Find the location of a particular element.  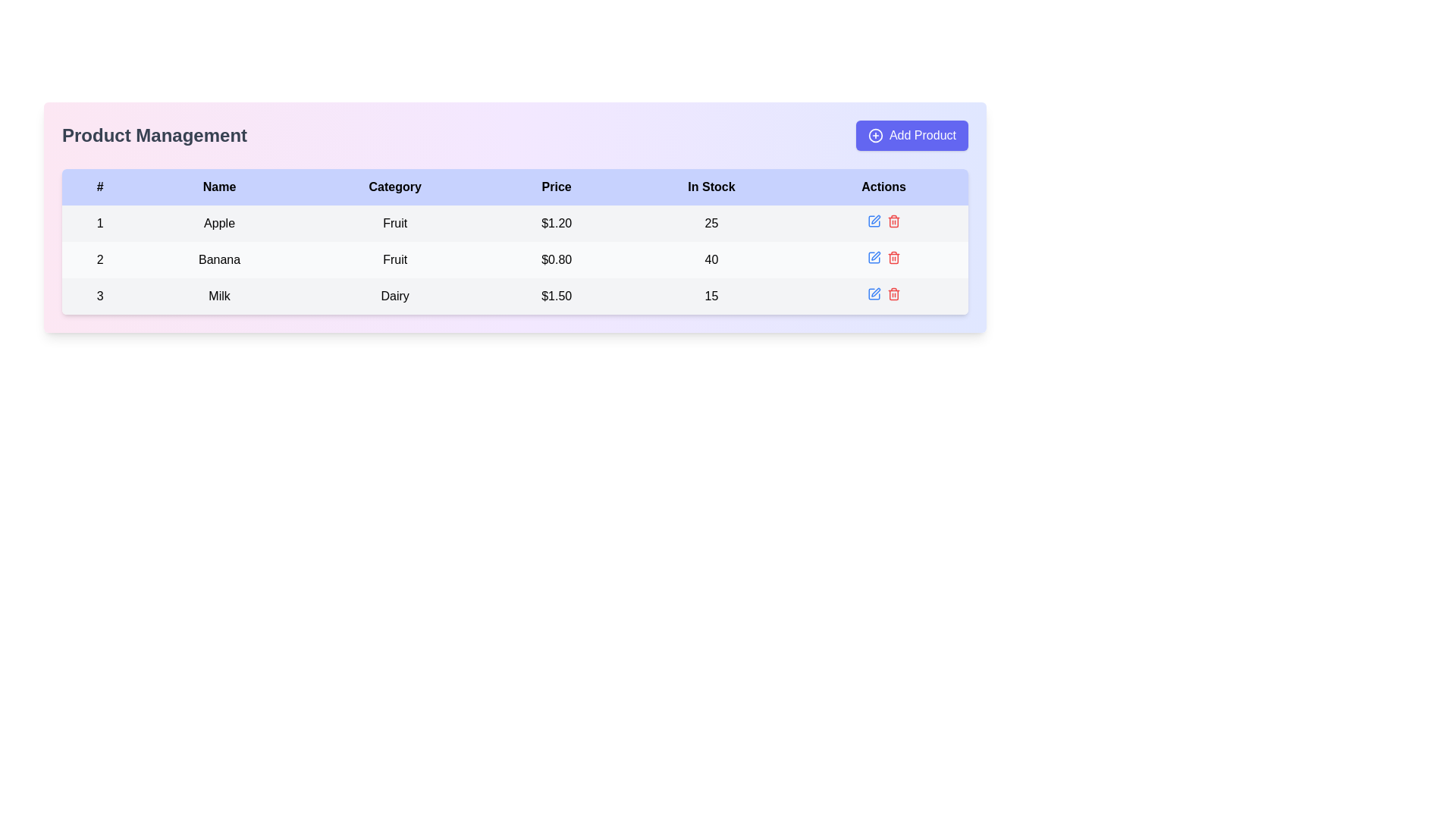

the second row of the product details table, which displays information about the product's name, category, price, and stock quantity is located at coordinates (515, 259).